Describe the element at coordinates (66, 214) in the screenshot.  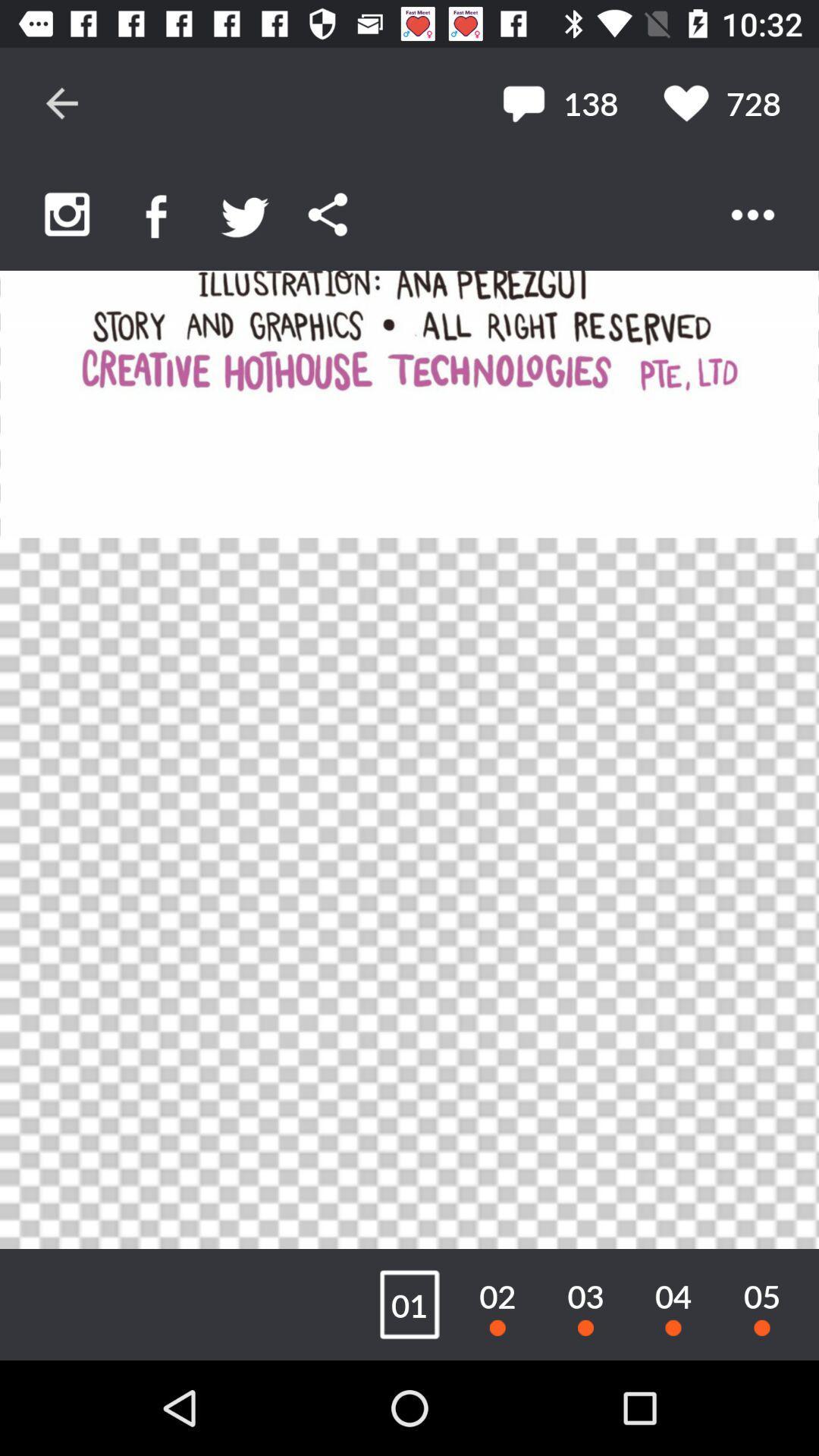
I see `open instagram page` at that location.